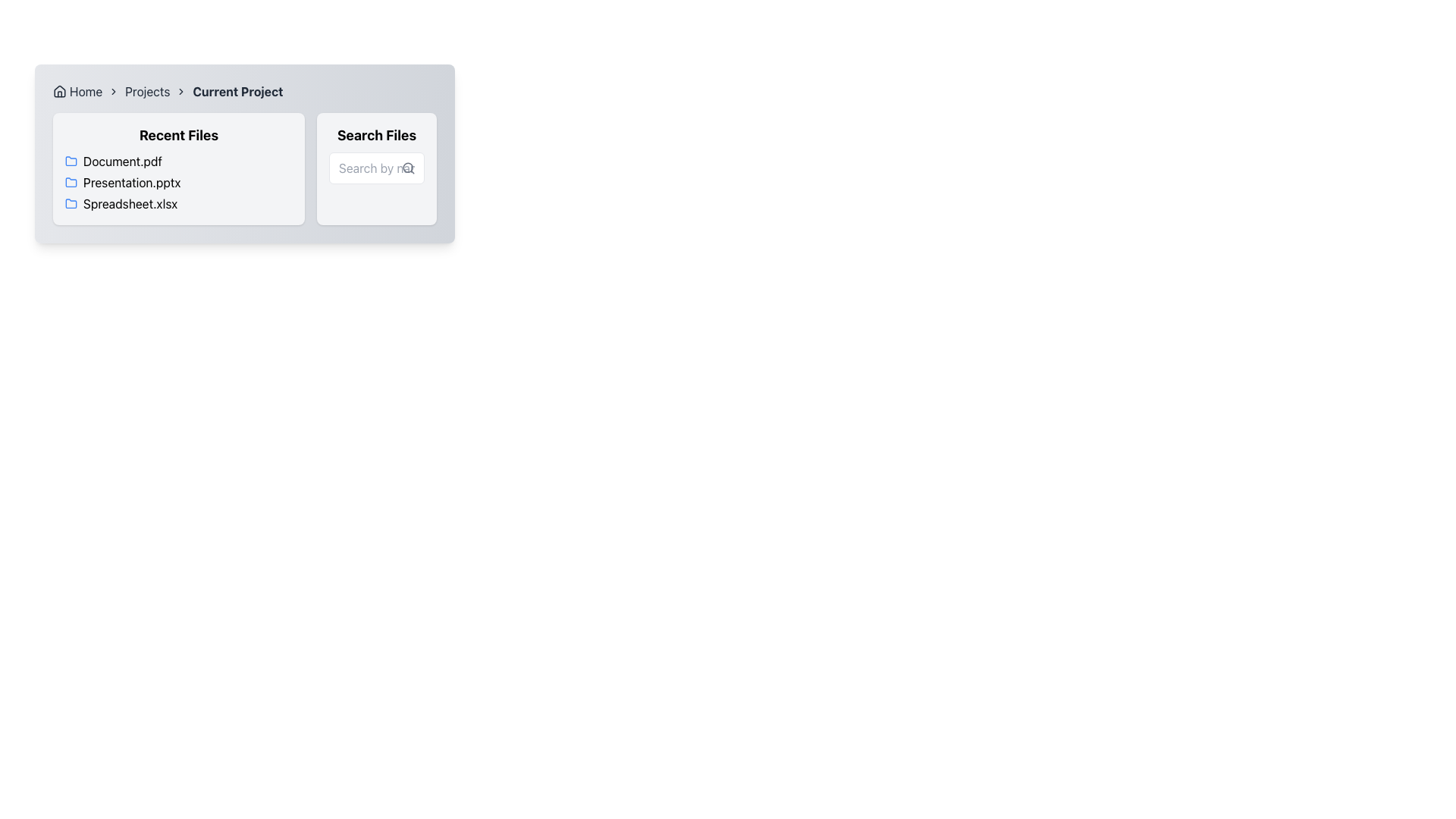 Image resolution: width=1456 pixels, height=819 pixels. I want to click on the folder-style graphic icon located in the 'Recent Files' section of the interface, so click(71, 161).